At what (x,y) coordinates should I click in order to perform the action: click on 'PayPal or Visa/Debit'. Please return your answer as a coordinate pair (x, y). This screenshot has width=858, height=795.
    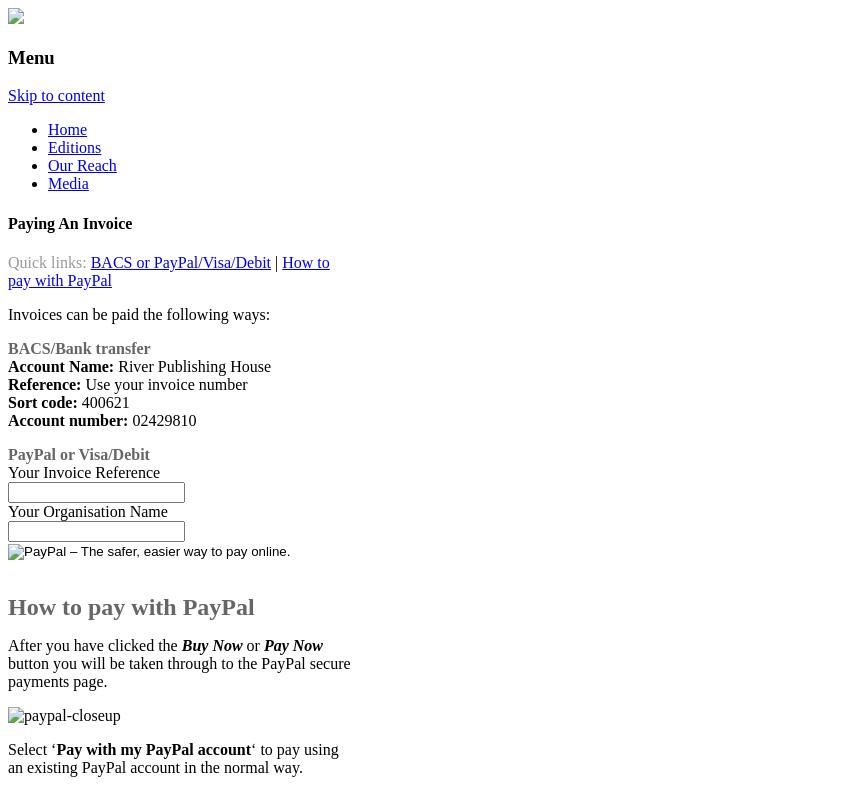
    Looking at the image, I should click on (77, 452).